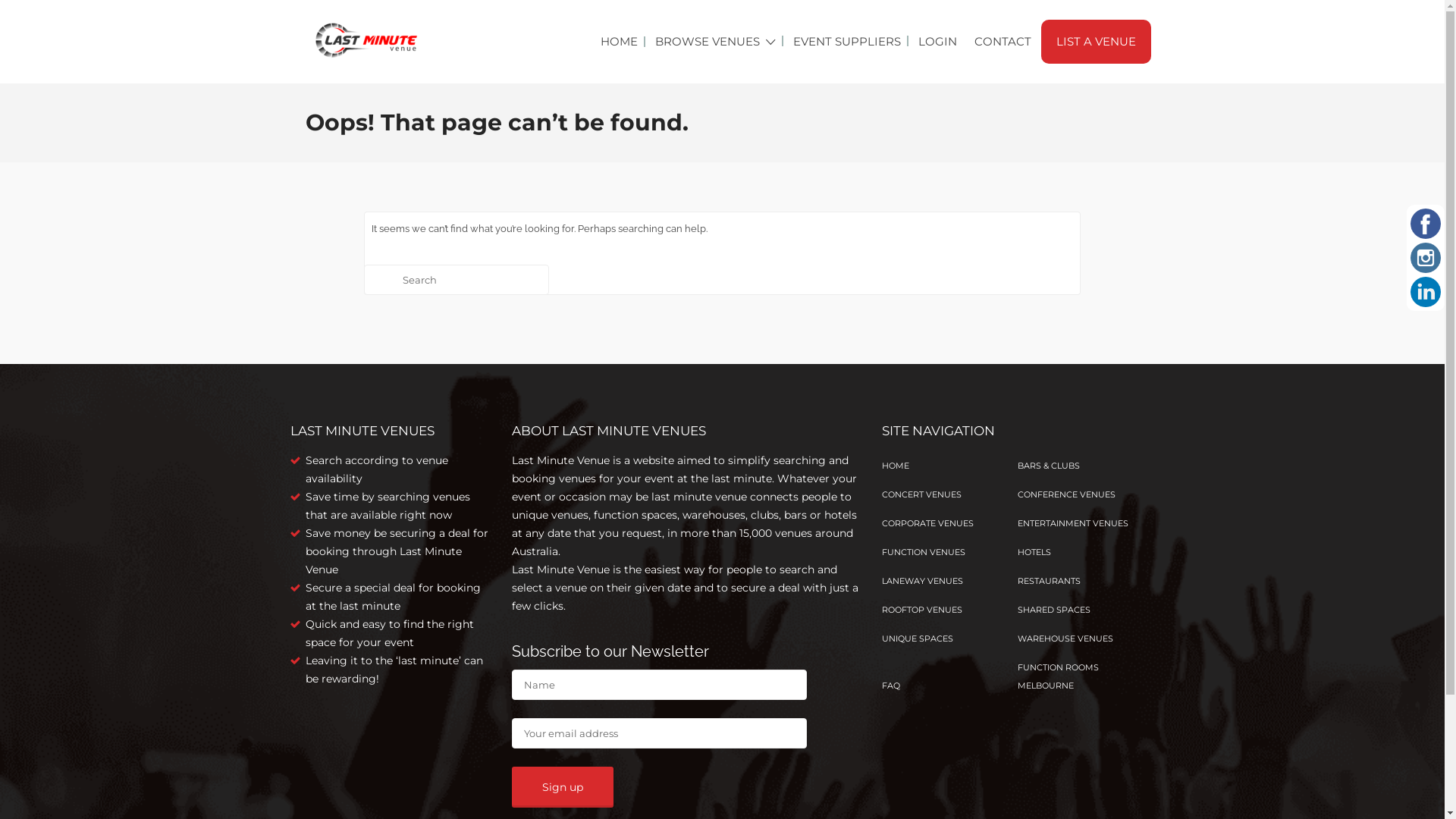 This screenshot has height=819, width=1456. Describe the element at coordinates (1002, 40) in the screenshot. I see `'CONTACT'` at that location.